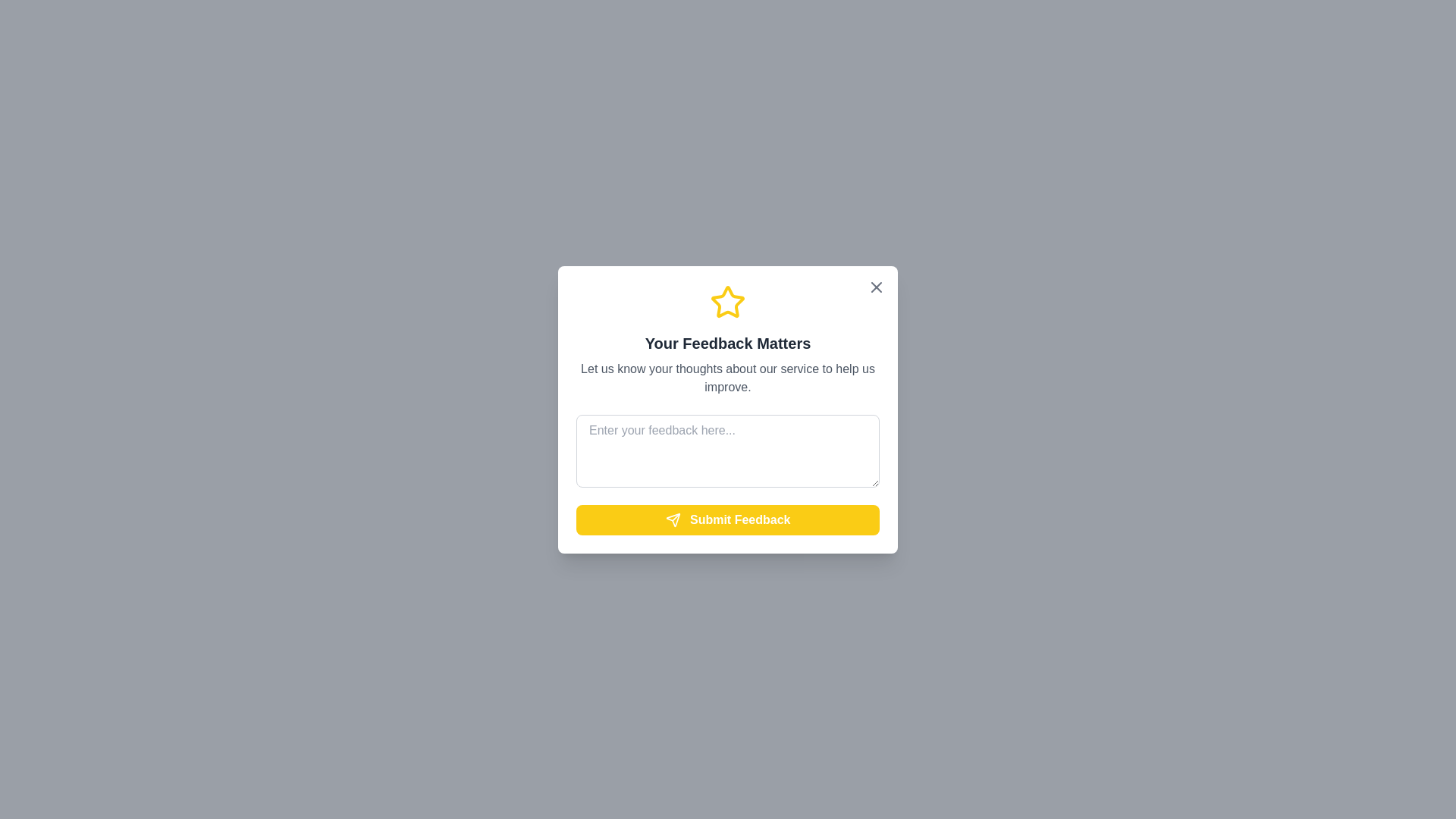 This screenshot has height=819, width=1456. Describe the element at coordinates (728, 302) in the screenshot. I see `the decorative star icon to view it` at that location.